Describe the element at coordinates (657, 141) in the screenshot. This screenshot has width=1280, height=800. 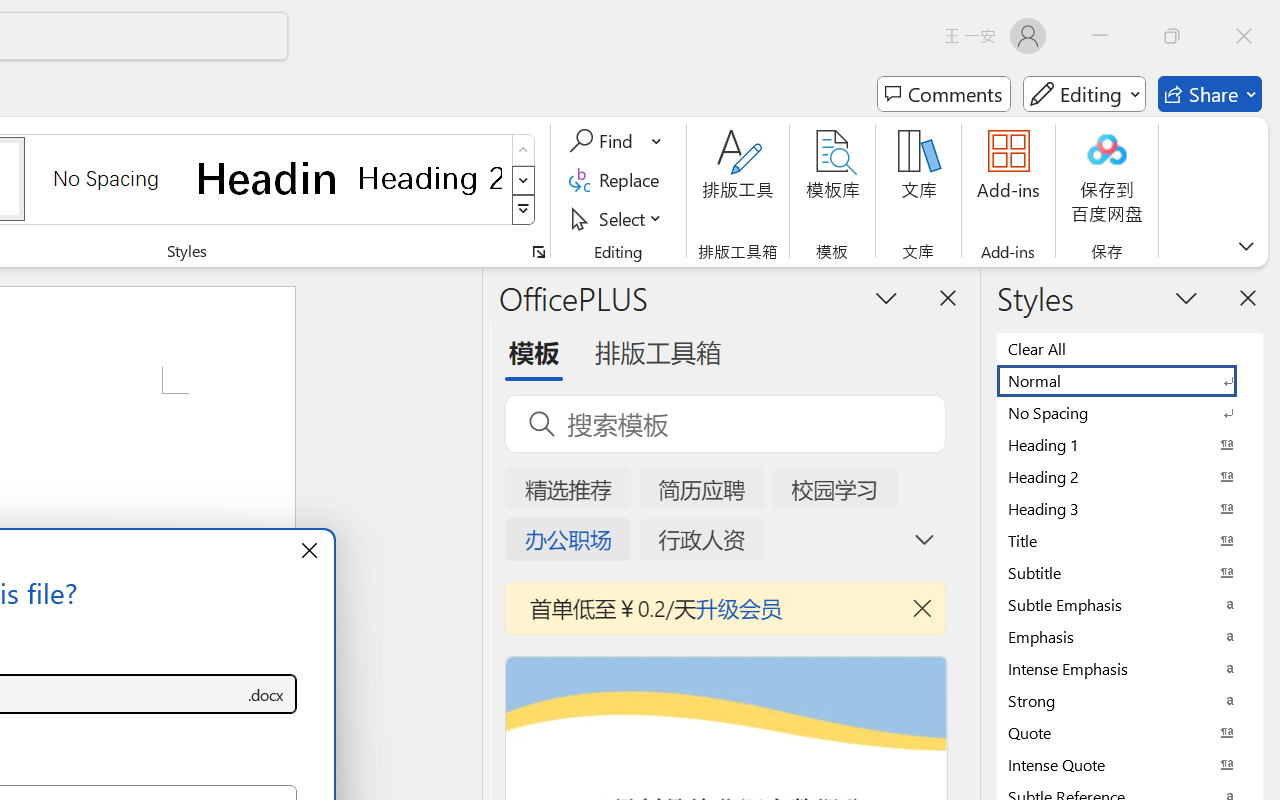
I see `'More Options'` at that location.